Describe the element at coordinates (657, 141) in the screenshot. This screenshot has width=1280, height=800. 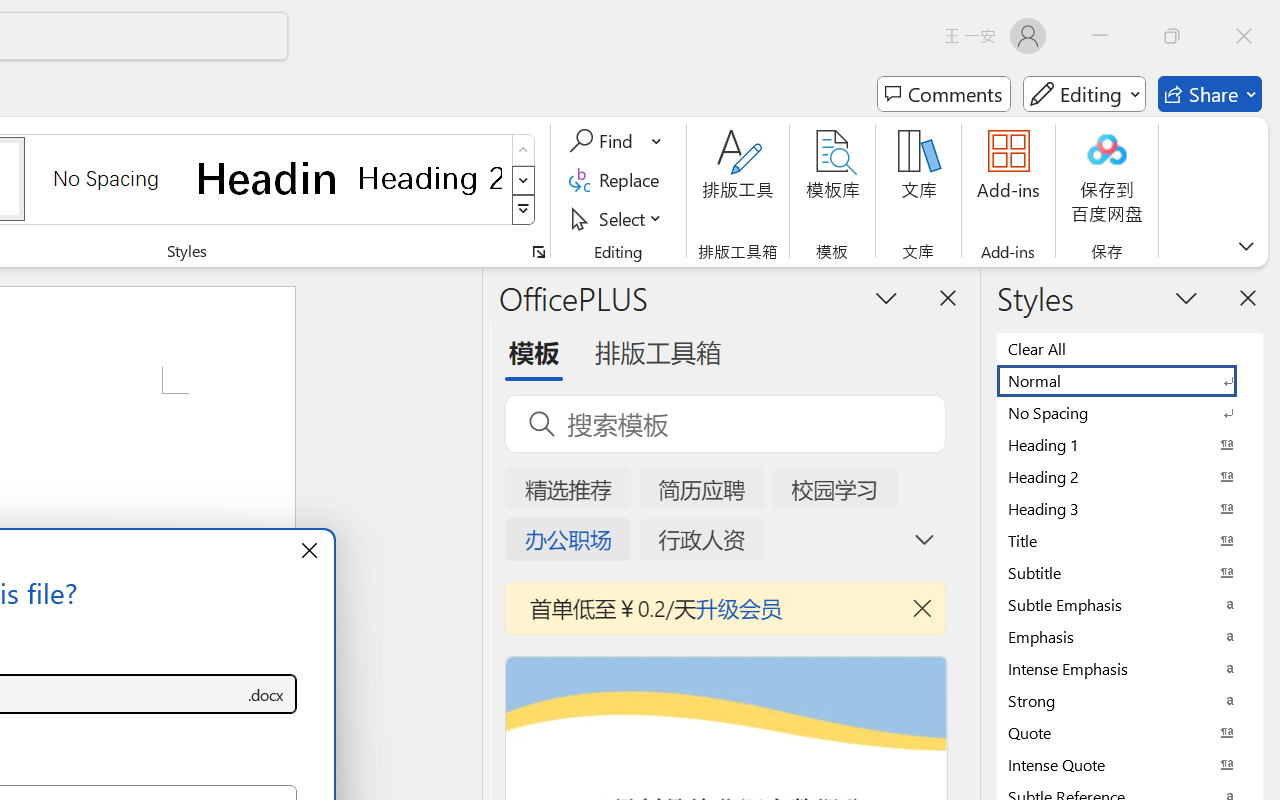
I see `'More Options'` at that location.